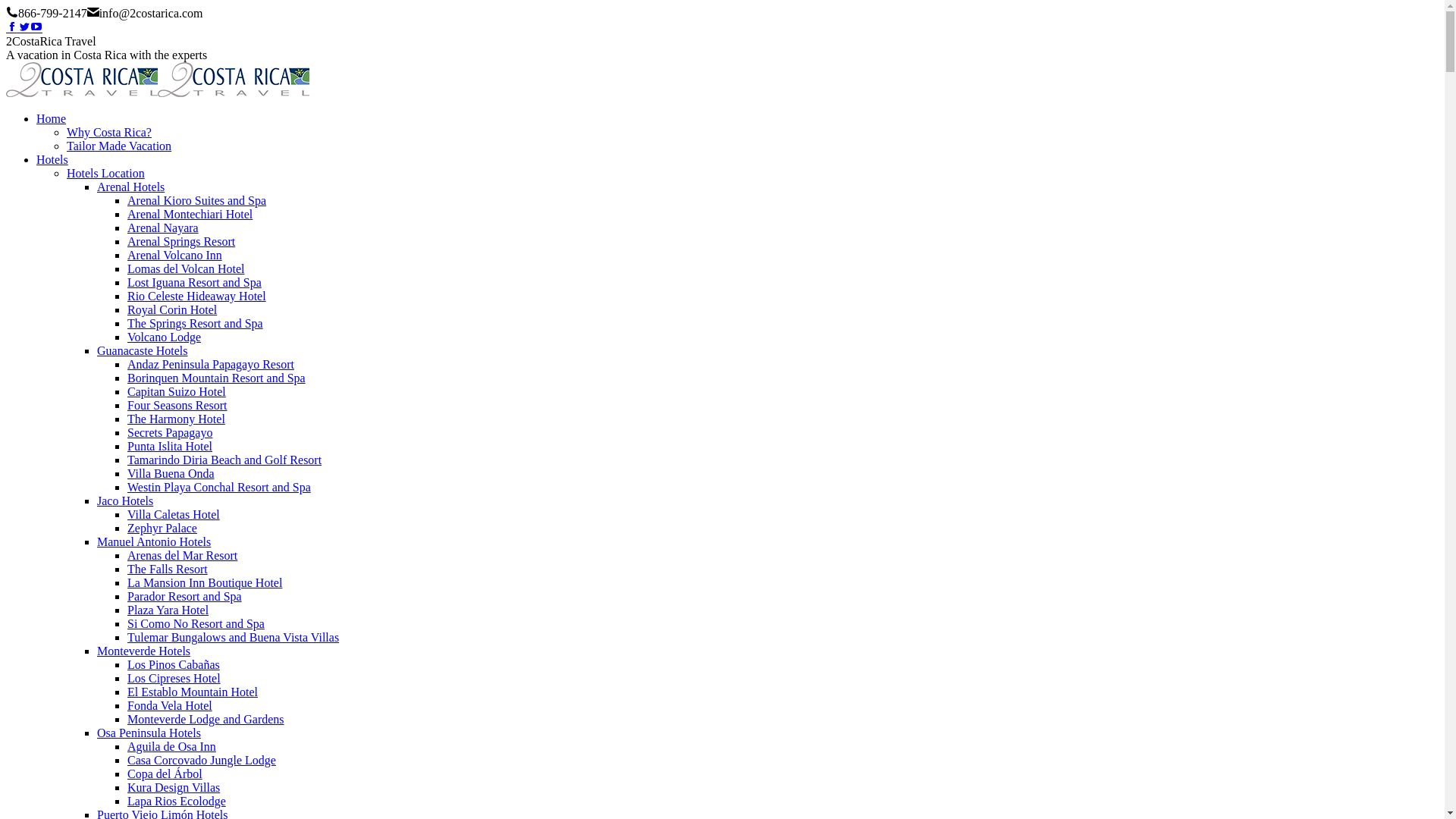 This screenshot has width=1456, height=819. What do you see at coordinates (24, 27) in the screenshot?
I see `'Twitter page opens in new window'` at bounding box center [24, 27].